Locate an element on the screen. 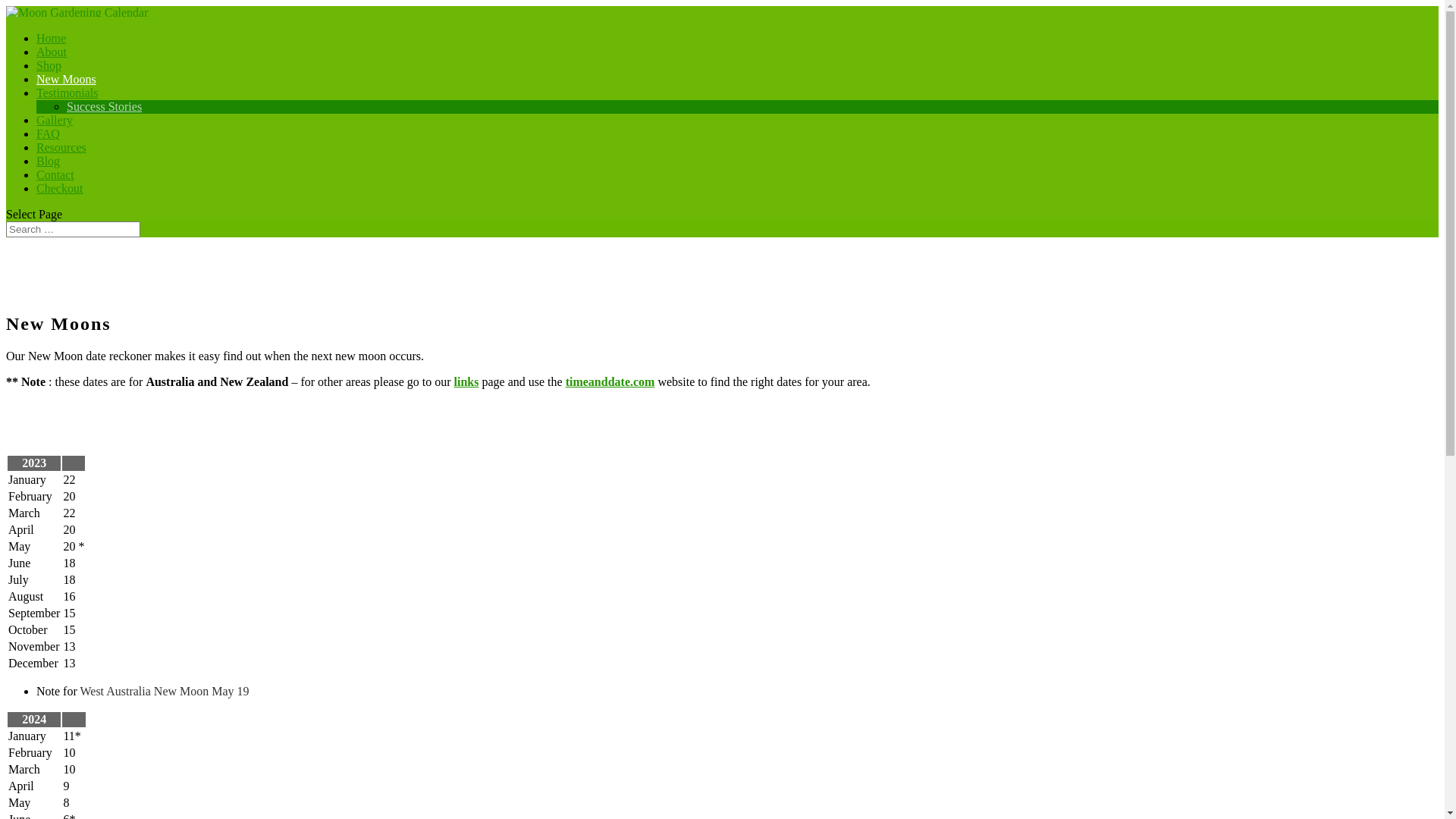  'links' is located at coordinates (466, 381).